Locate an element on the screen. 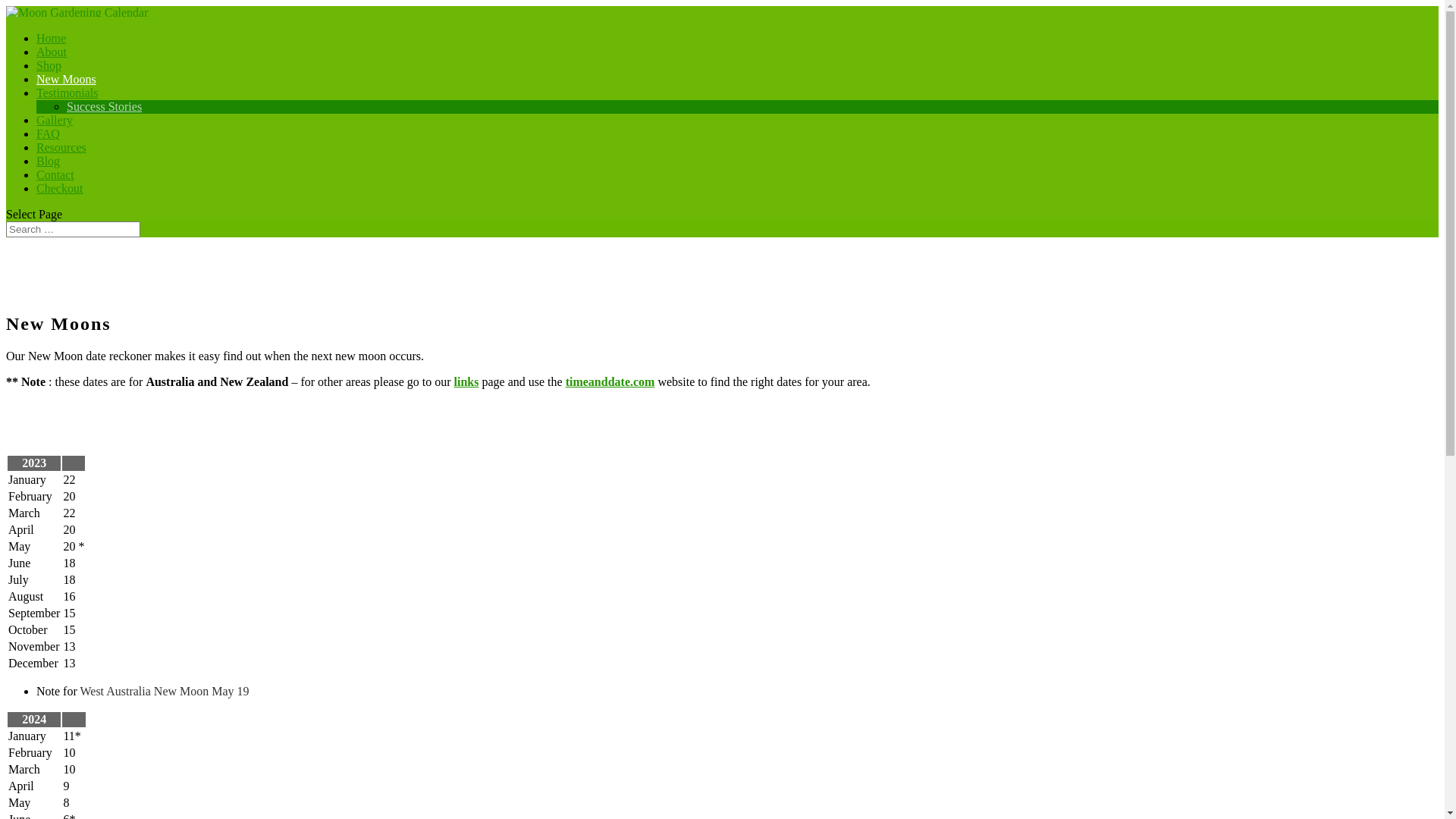  'links' is located at coordinates (466, 381).